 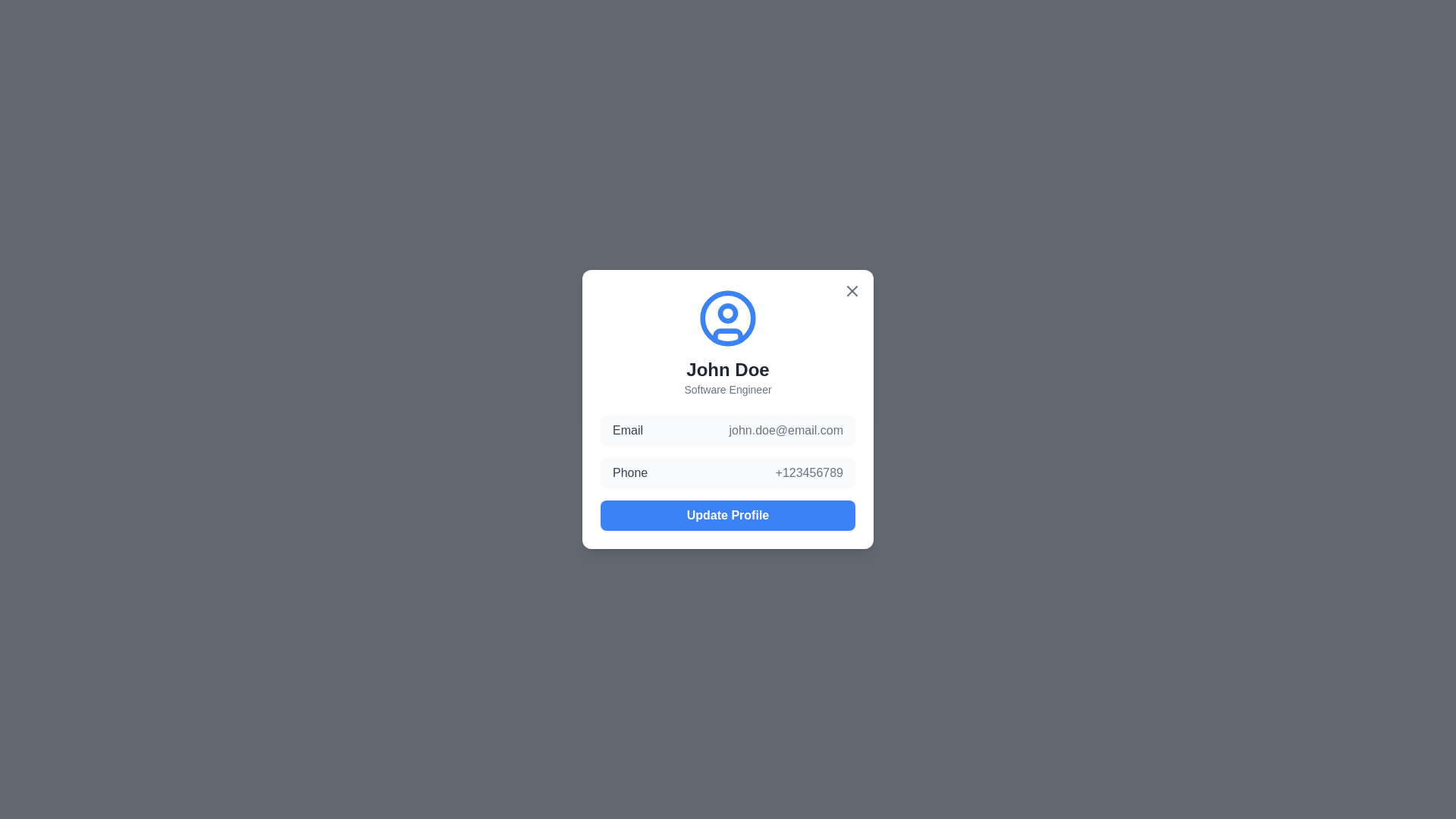 What do you see at coordinates (630, 472) in the screenshot?
I see `the 'Phone' text label, which is a medium-weight gray text positioned to the left of the contact number in a user profile card` at bounding box center [630, 472].